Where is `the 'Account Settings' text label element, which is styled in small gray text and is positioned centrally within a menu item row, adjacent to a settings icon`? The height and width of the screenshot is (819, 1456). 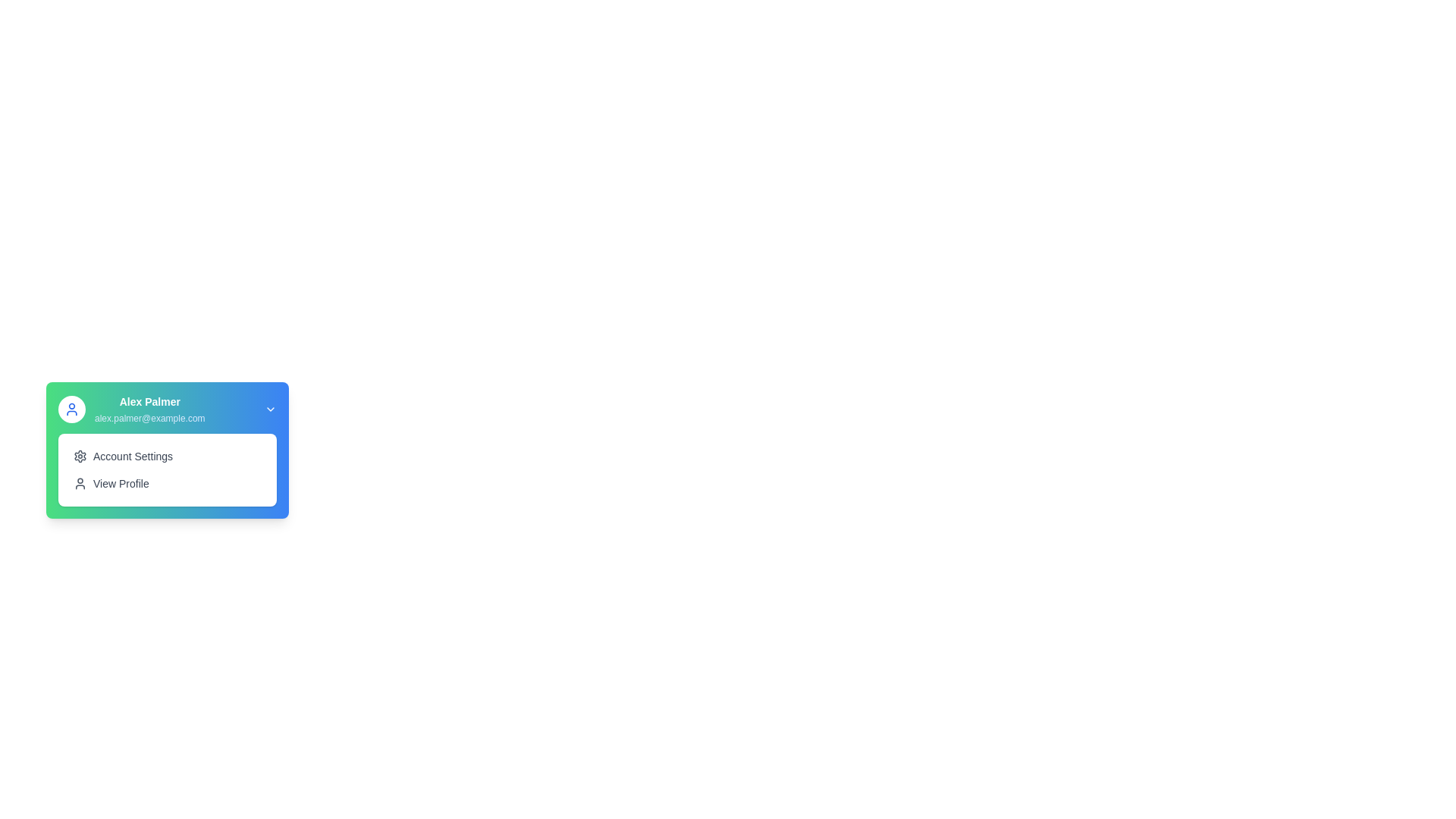 the 'Account Settings' text label element, which is styled in small gray text and is positioned centrally within a menu item row, adjacent to a settings icon is located at coordinates (133, 455).